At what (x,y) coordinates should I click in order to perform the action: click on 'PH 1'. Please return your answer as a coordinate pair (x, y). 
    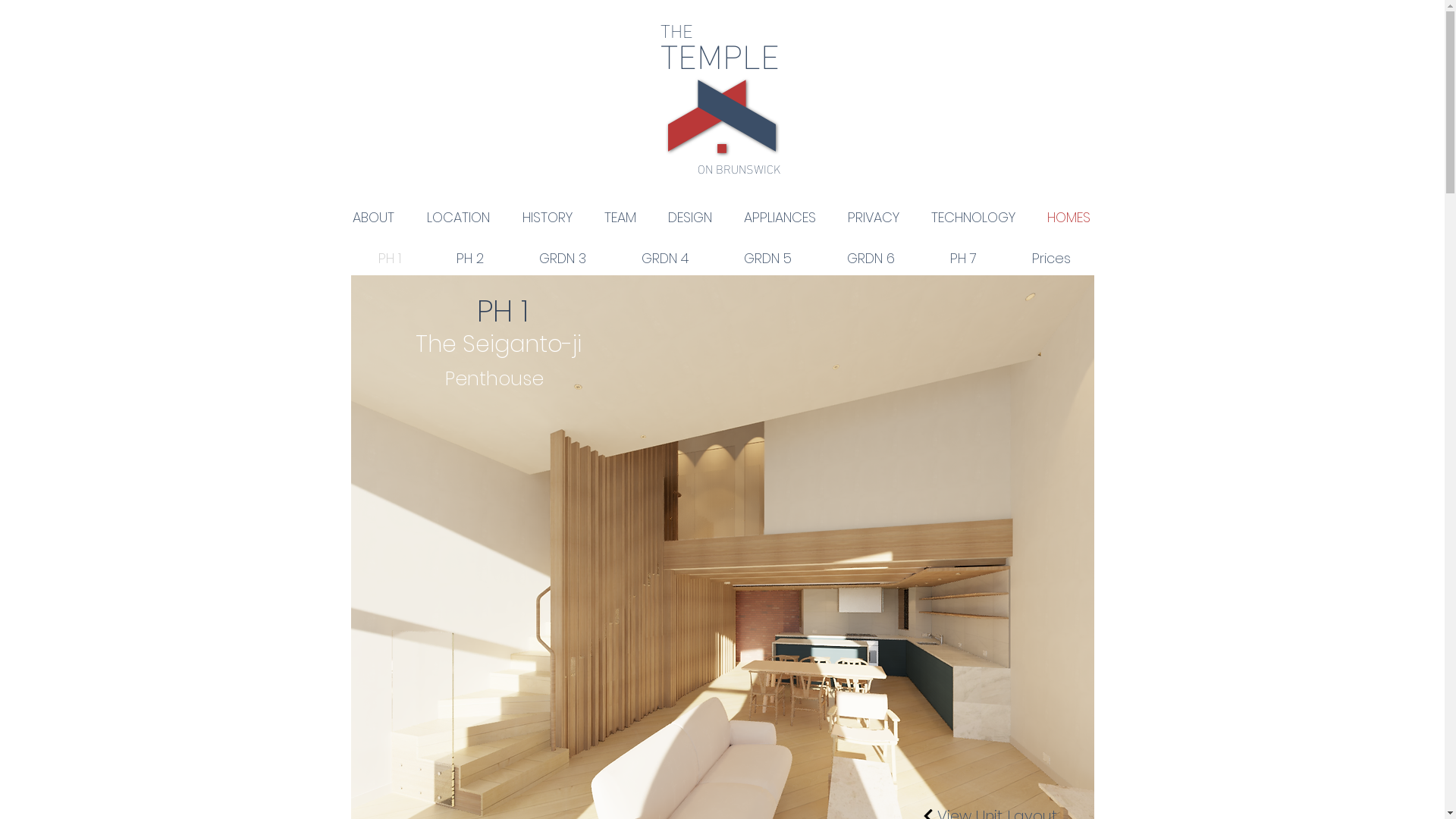
    Looking at the image, I should click on (389, 257).